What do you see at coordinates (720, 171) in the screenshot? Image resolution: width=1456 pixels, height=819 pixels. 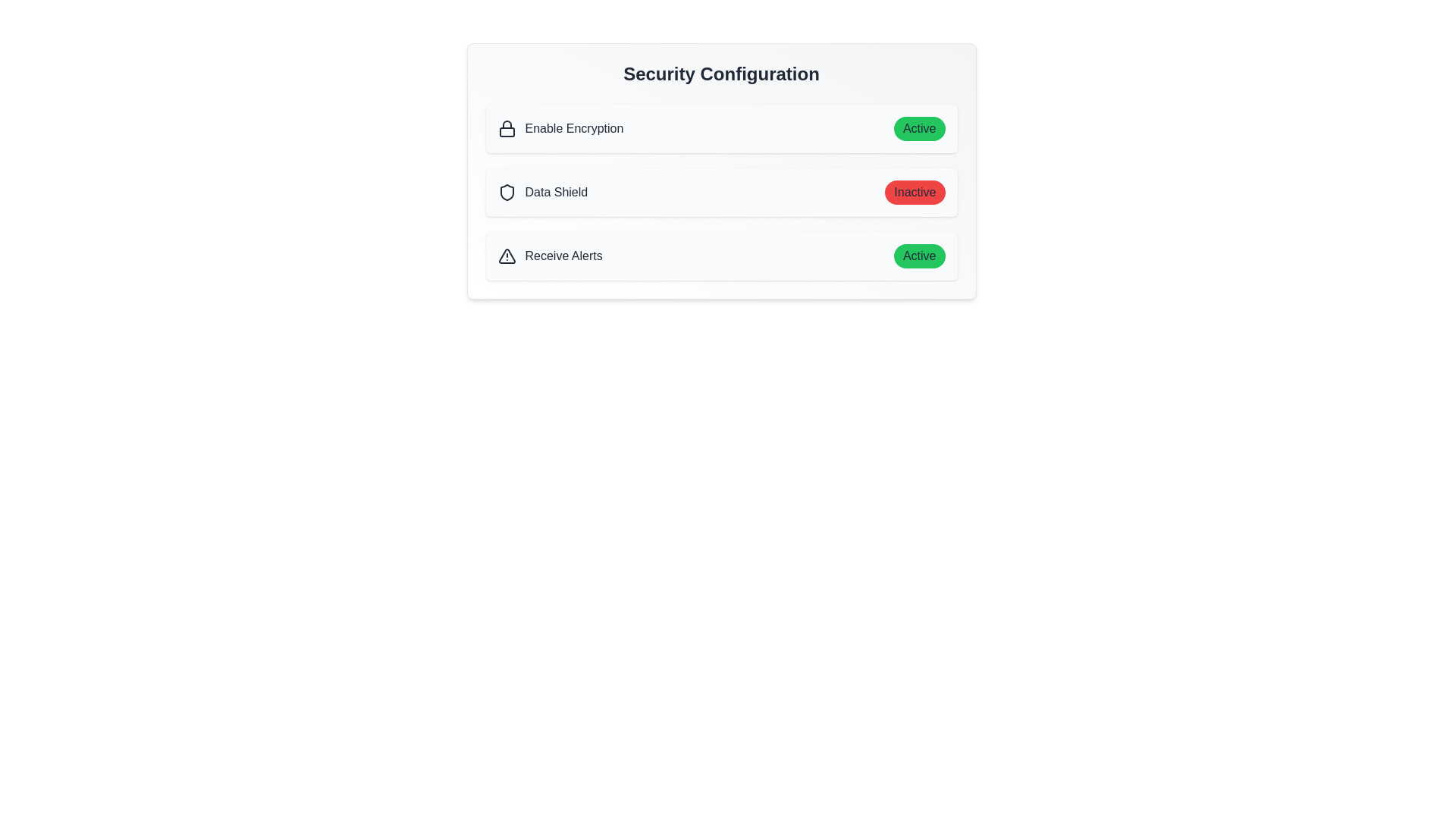 I see `the 'Data Shield' status card component located in the 'Security Configuration' section` at bounding box center [720, 171].